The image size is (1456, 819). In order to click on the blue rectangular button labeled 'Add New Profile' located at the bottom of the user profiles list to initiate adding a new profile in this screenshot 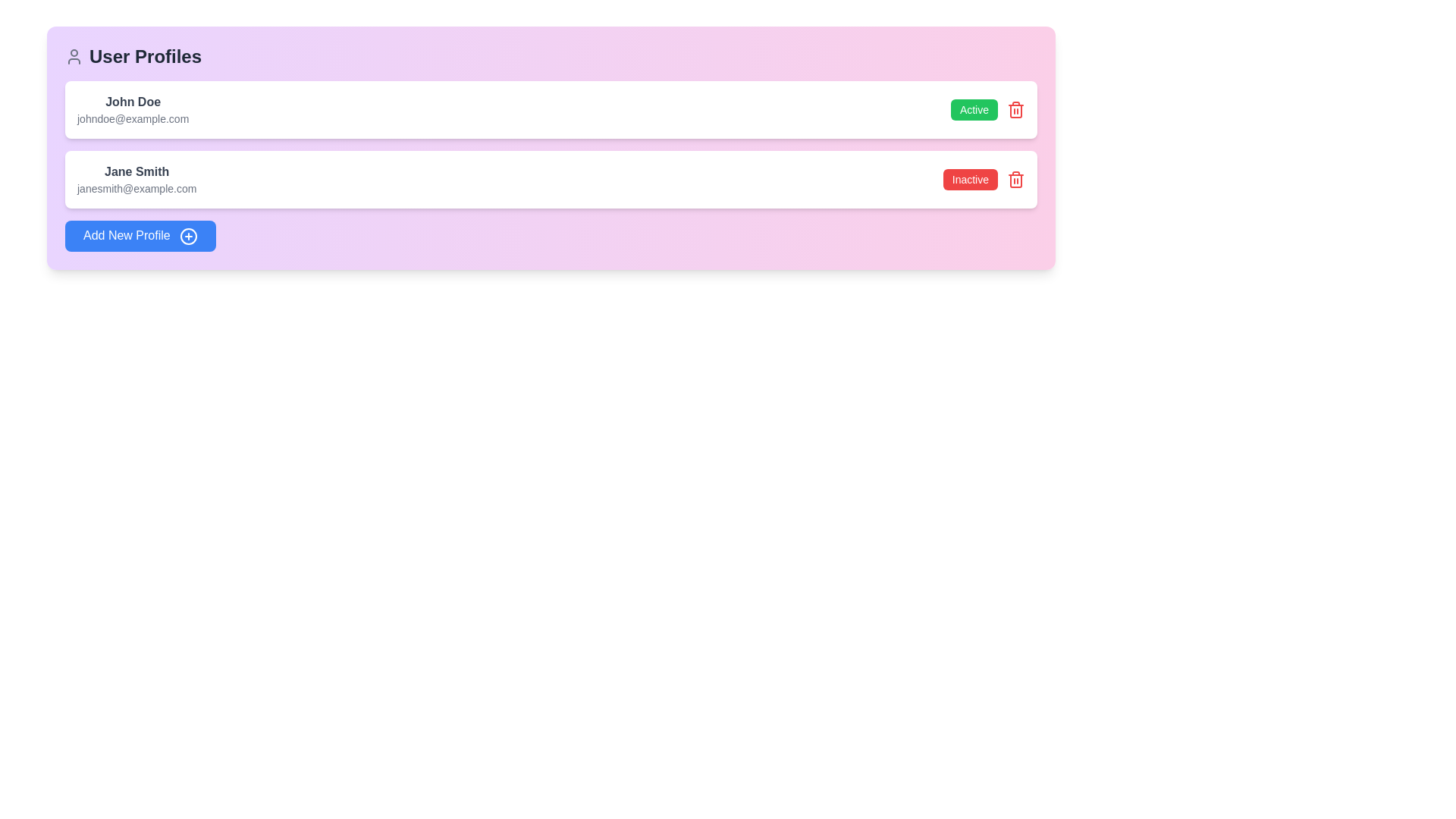, I will do `click(140, 236)`.